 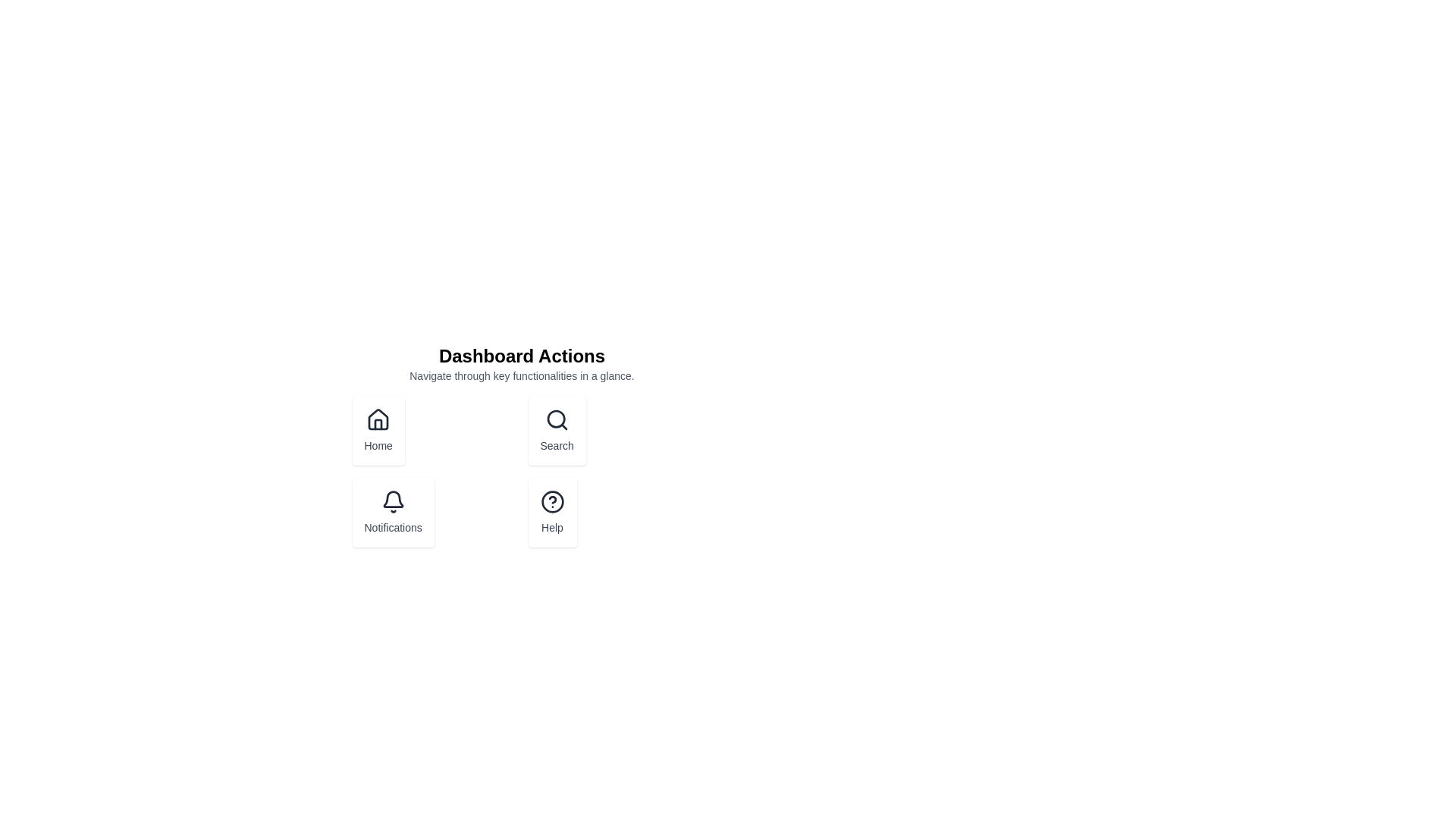 What do you see at coordinates (551, 512) in the screenshot?
I see `the help button located in the bottom-right corner of the 2x2 grid` at bounding box center [551, 512].